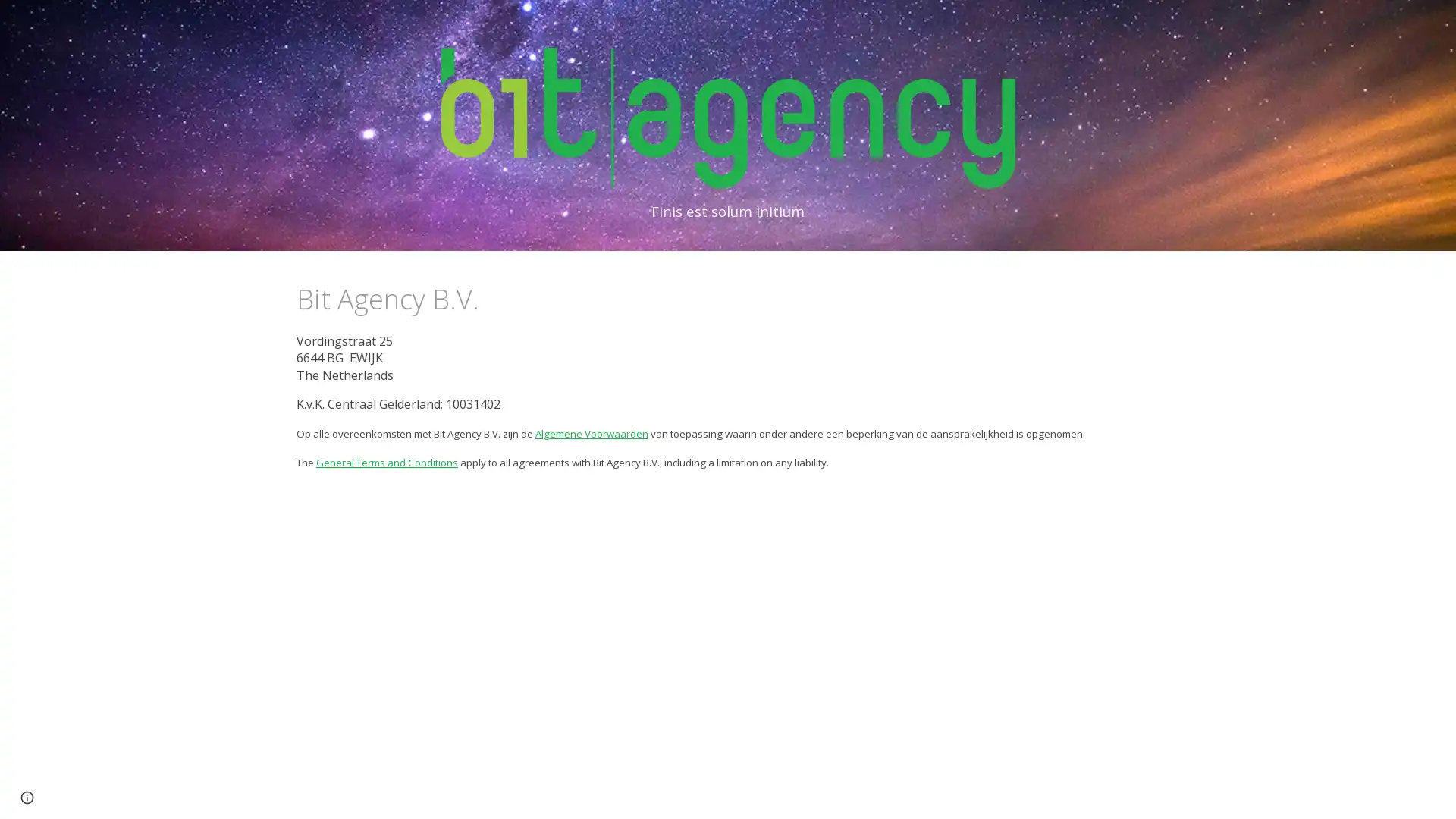 This screenshot has height=819, width=1456. What do you see at coordinates (597, 28) in the screenshot?
I see `Skip to main content` at bounding box center [597, 28].